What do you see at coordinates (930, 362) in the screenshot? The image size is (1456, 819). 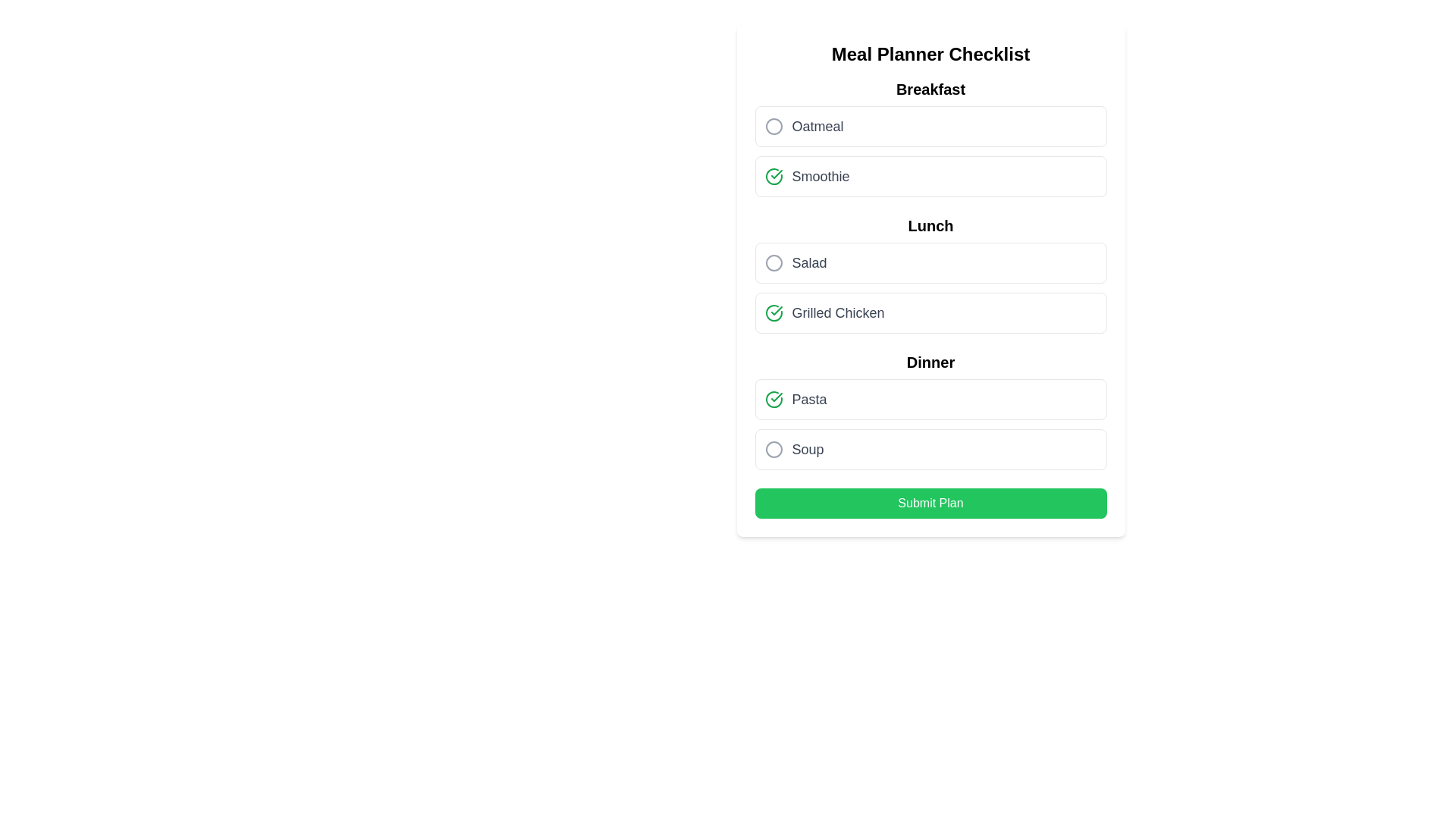 I see `the static text label that reads 'Dinner', which is centrally aligned above the meal options in the selection interface` at bounding box center [930, 362].